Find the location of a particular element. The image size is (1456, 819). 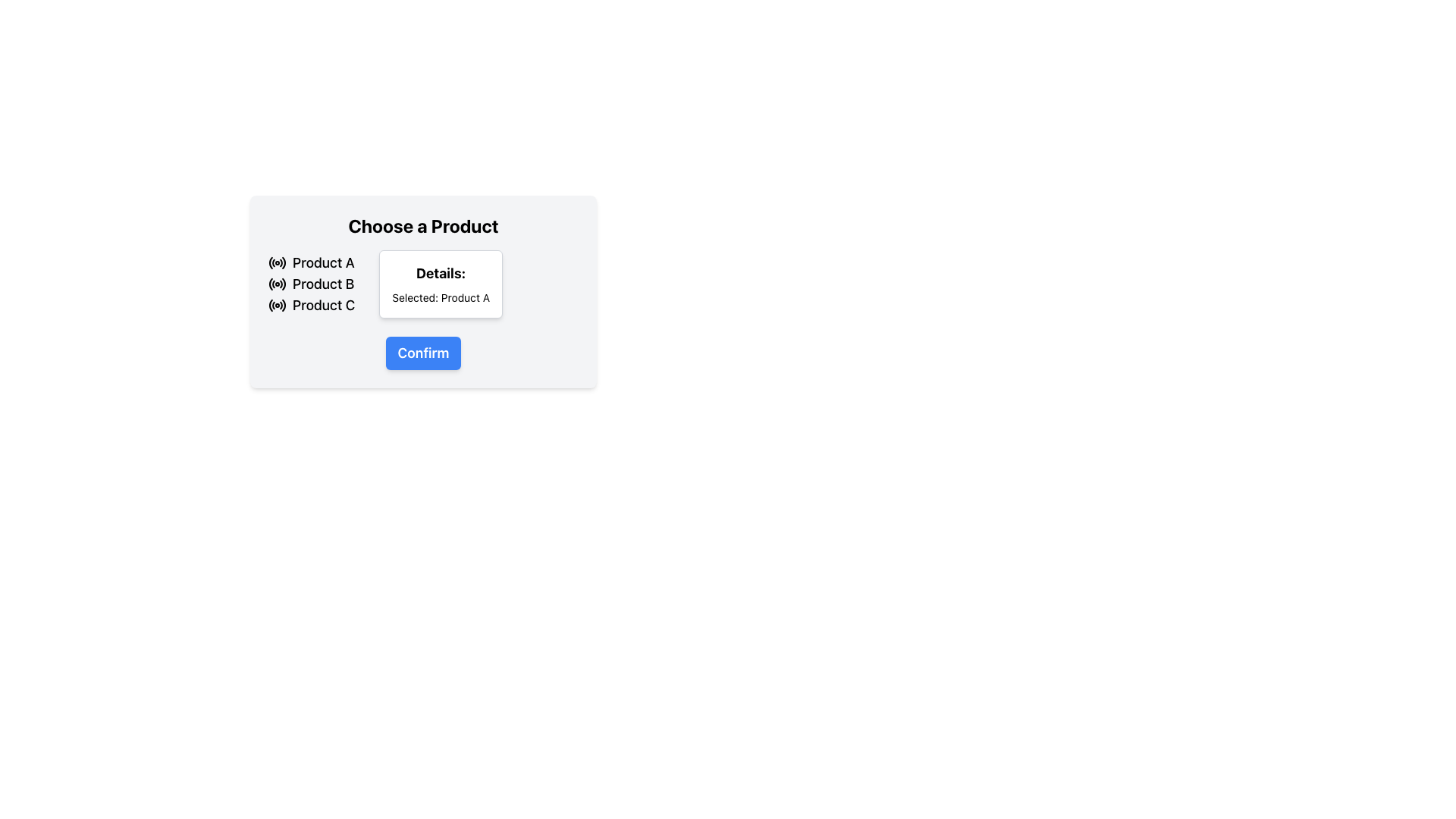

the Information display box that contains the label 'Details:' and the description 'Selected: Product A' is located at coordinates (440, 284).